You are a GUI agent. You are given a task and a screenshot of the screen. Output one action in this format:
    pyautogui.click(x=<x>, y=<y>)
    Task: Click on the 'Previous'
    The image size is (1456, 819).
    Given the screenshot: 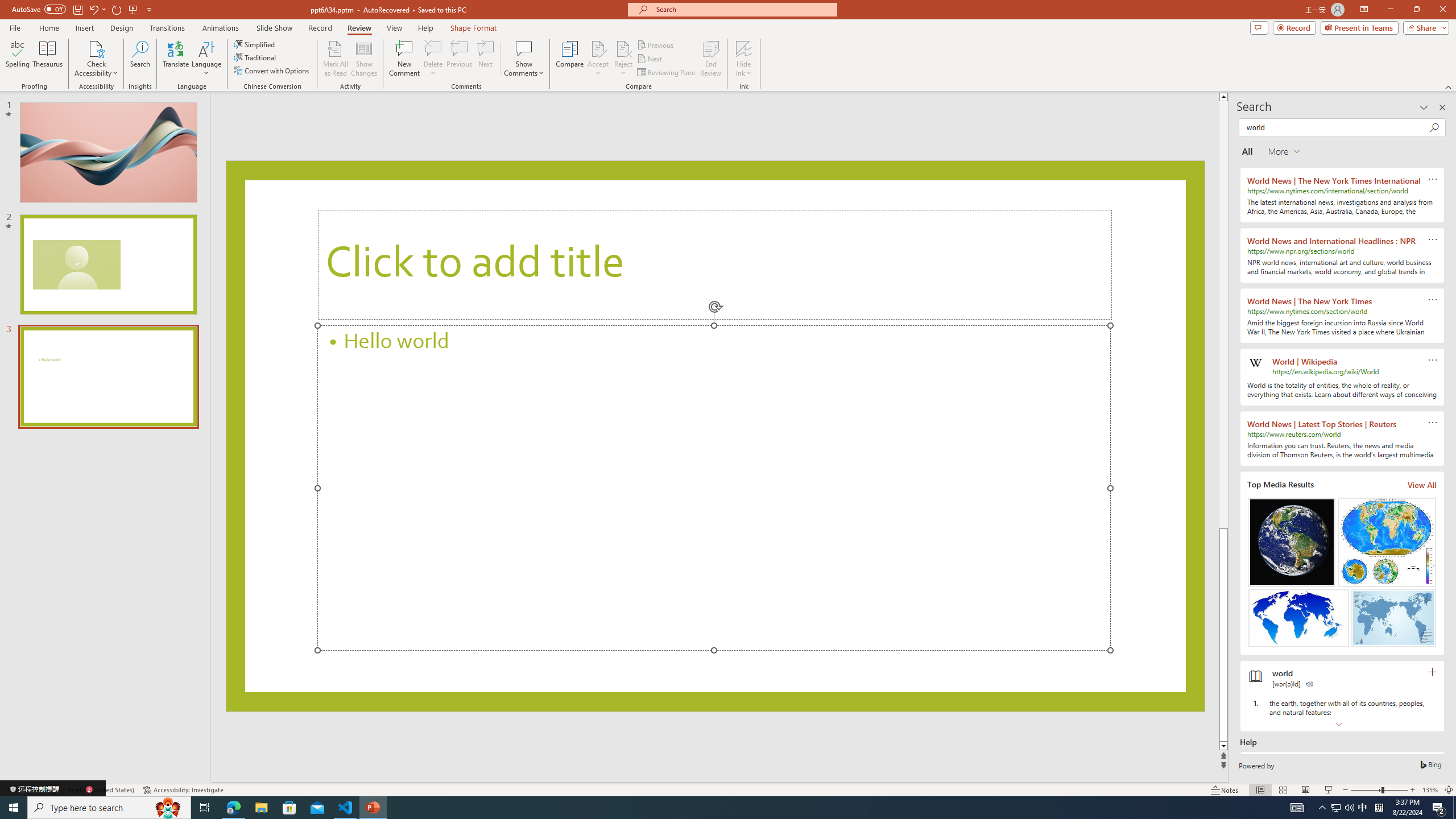 What is the action you would take?
    pyautogui.click(x=656, y=44)
    